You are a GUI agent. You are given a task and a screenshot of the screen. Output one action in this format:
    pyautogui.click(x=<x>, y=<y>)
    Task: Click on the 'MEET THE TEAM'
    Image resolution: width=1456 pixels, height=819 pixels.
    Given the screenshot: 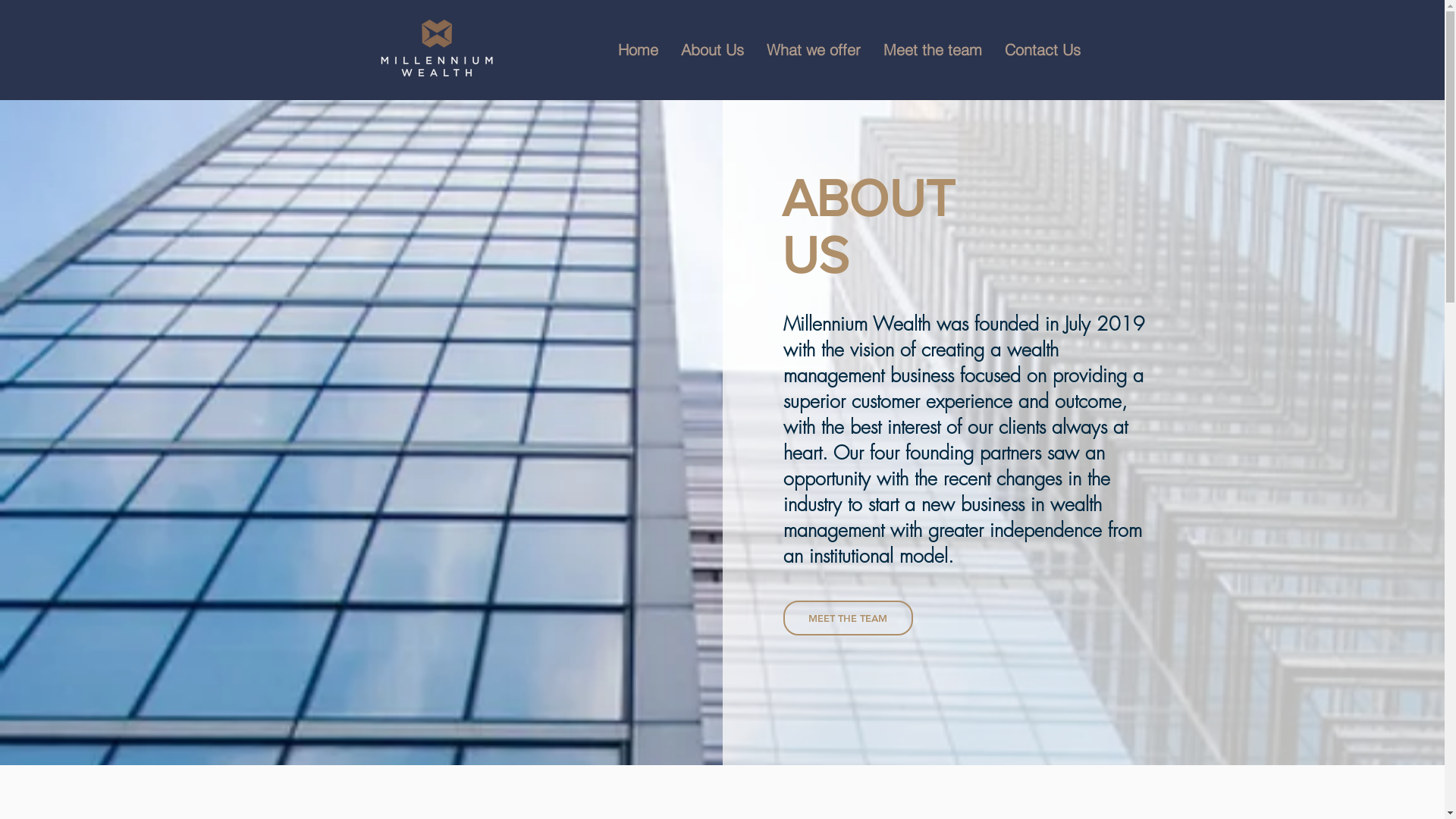 What is the action you would take?
    pyautogui.click(x=846, y=617)
    